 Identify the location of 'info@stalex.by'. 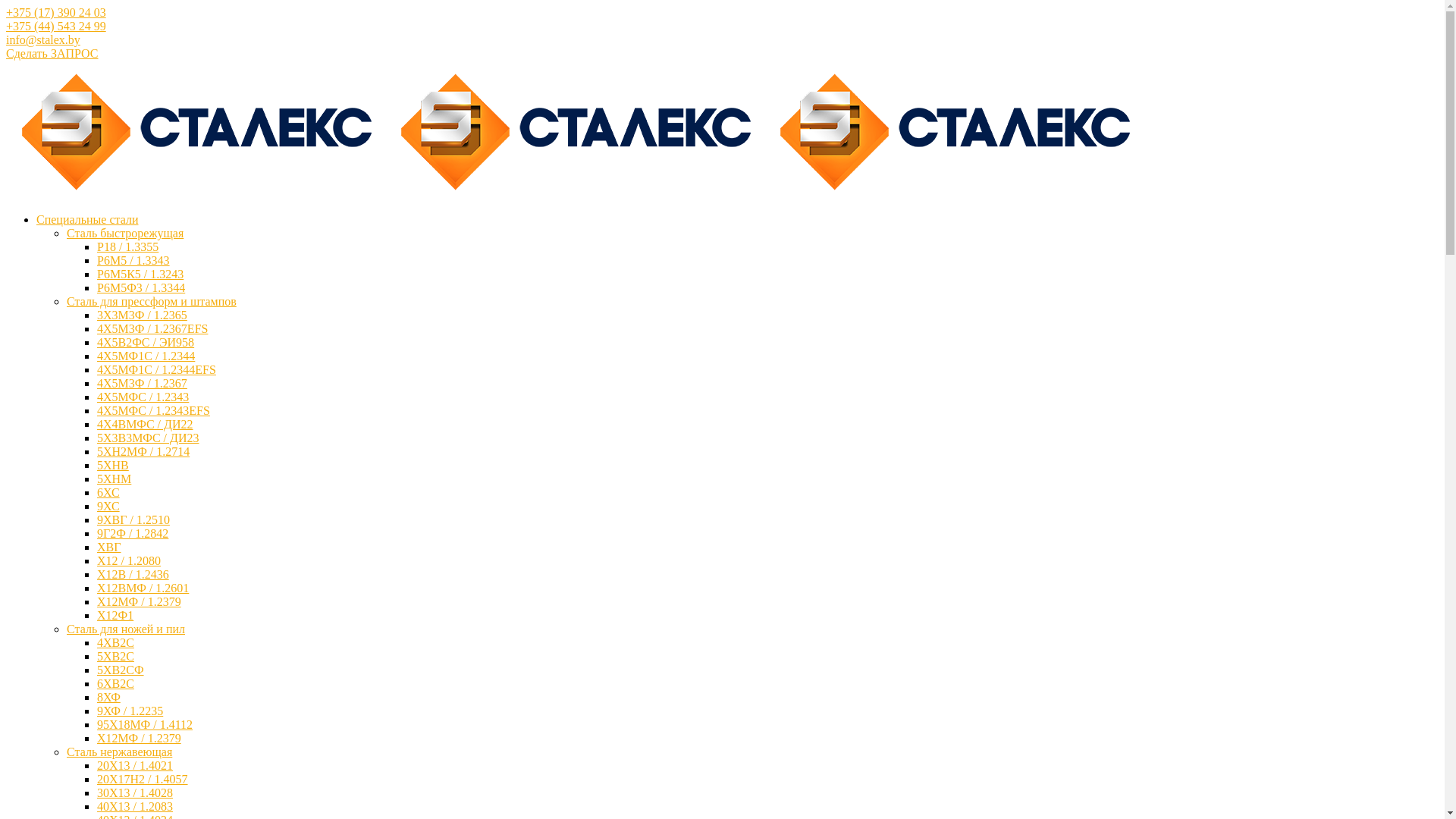
(43, 39).